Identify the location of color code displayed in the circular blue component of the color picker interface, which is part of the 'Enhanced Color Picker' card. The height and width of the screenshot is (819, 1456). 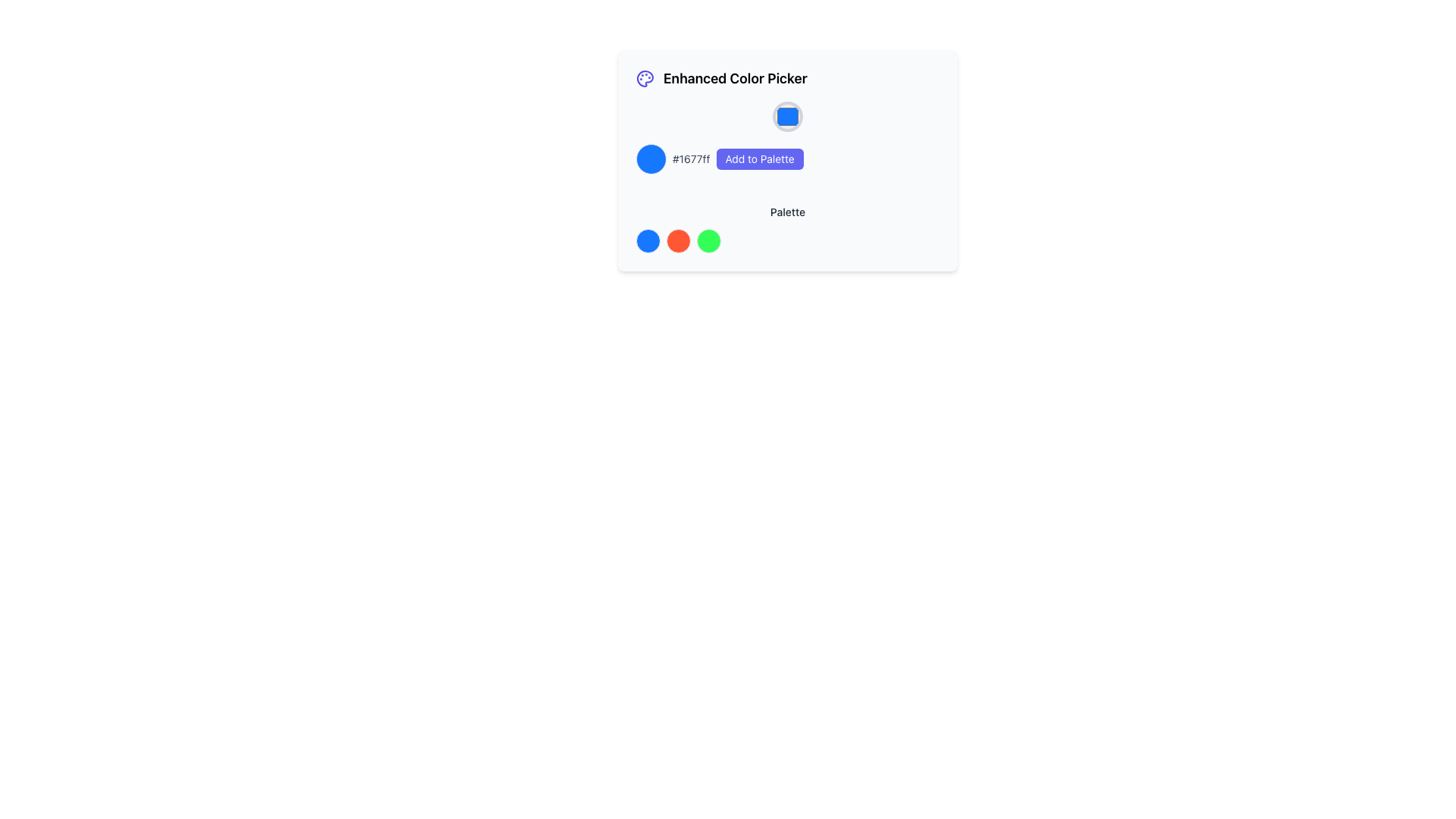
(787, 137).